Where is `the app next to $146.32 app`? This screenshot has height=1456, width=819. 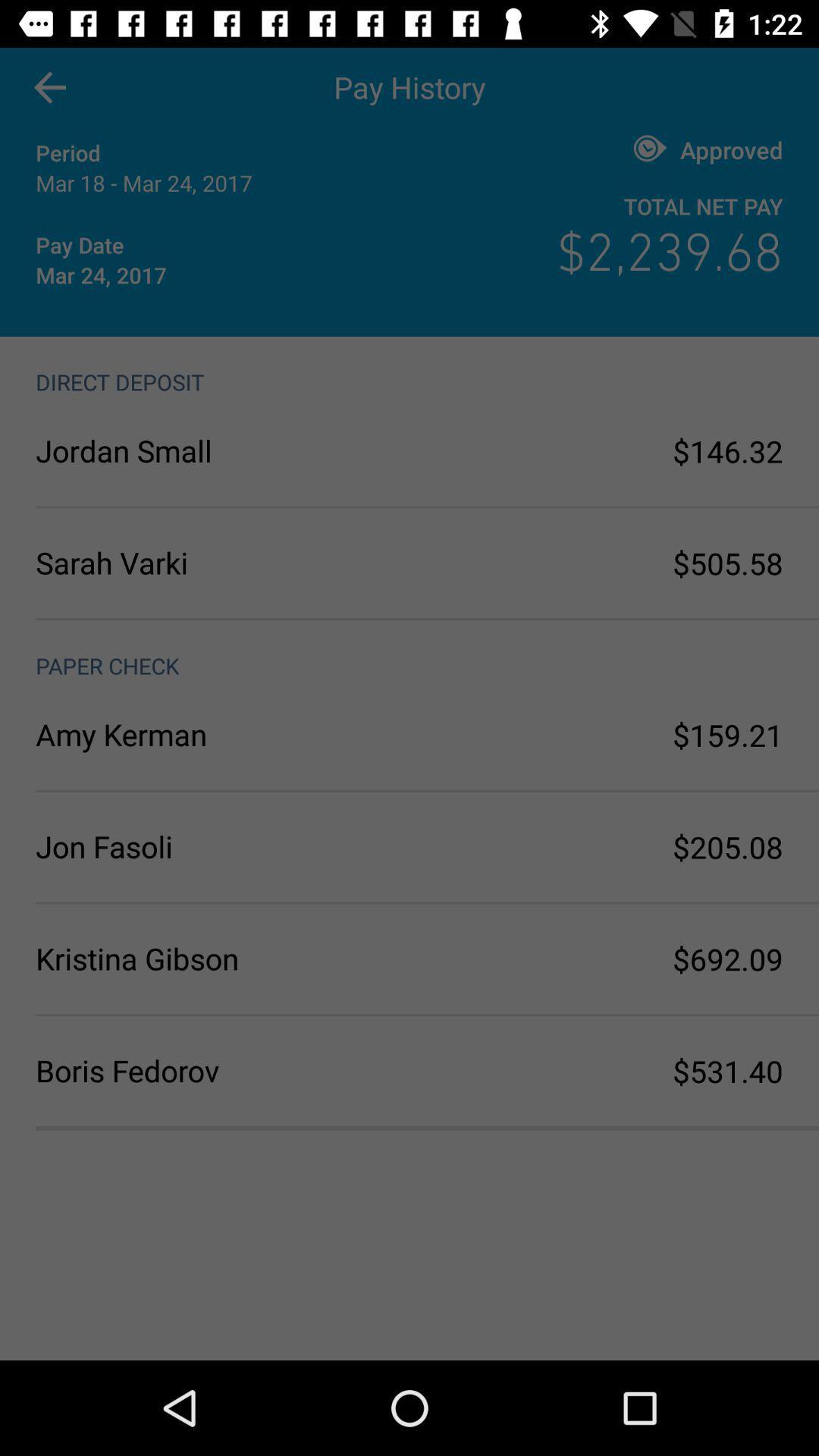
the app next to $146.32 app is located at coordinates (222, 450).